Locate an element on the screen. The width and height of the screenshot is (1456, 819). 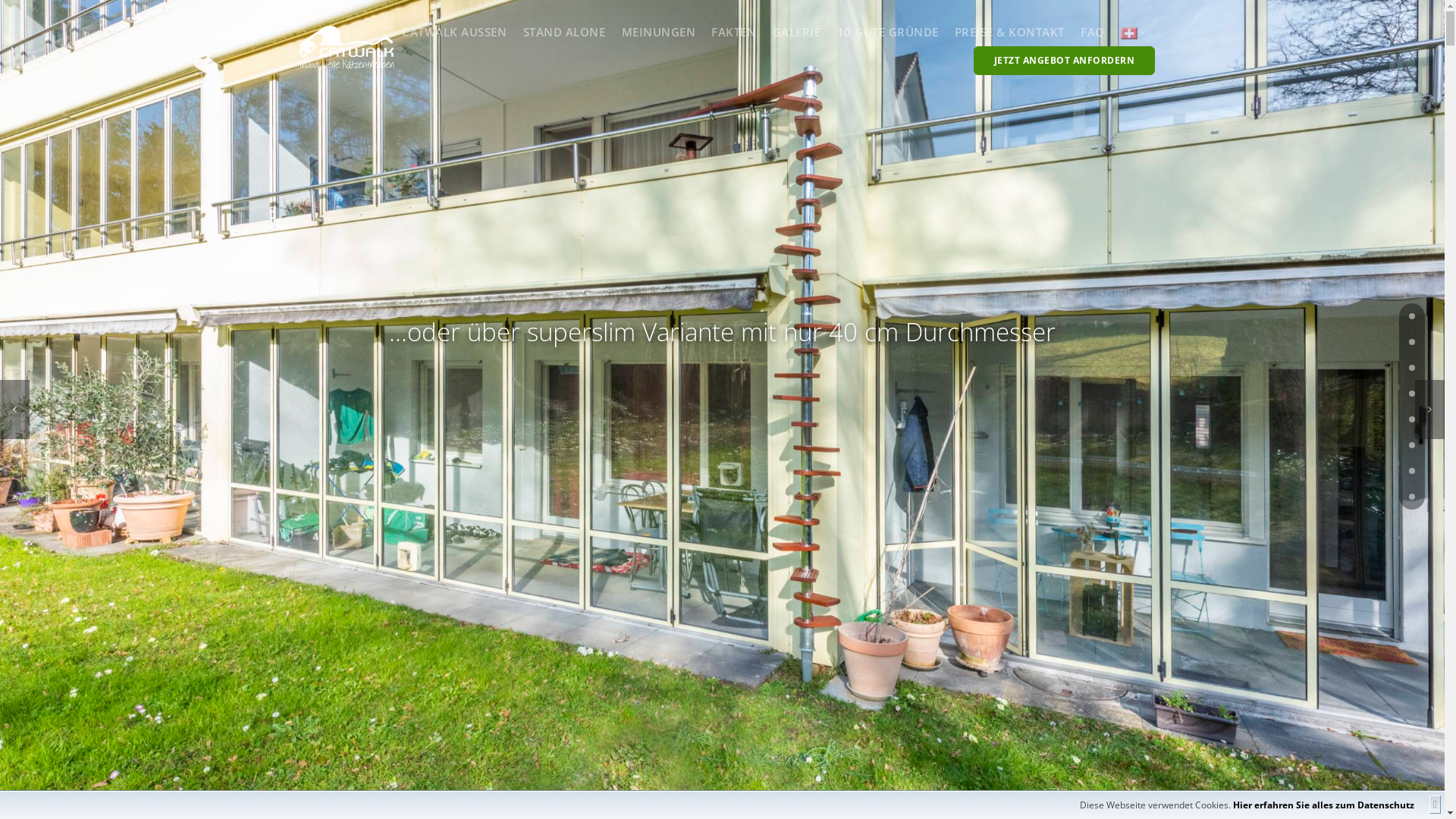
'MEINUNGEN' is located at coordinates (658, 32).